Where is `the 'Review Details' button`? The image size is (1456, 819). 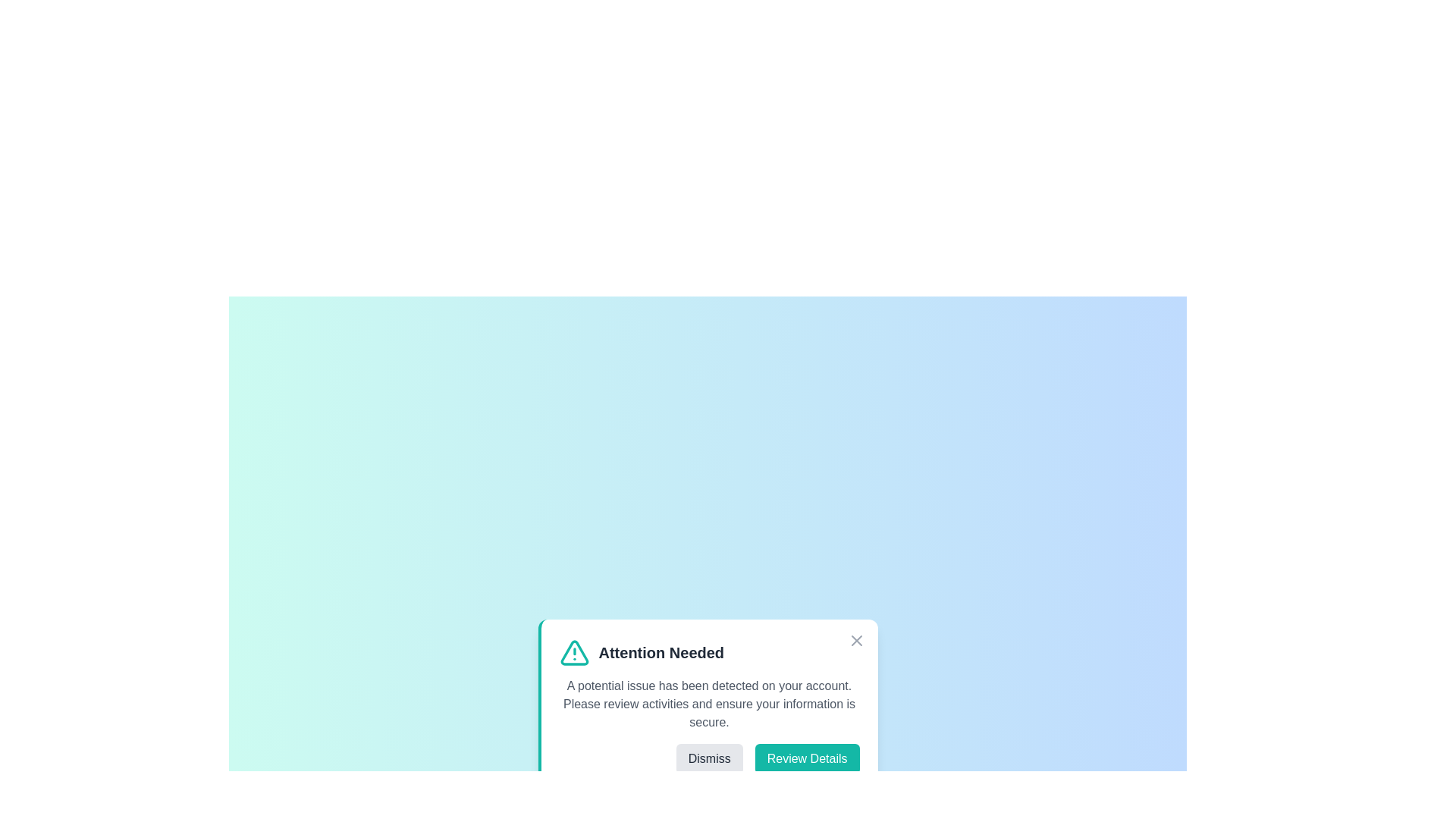 the 'Review Details' button is located at coordinates (806, 759).